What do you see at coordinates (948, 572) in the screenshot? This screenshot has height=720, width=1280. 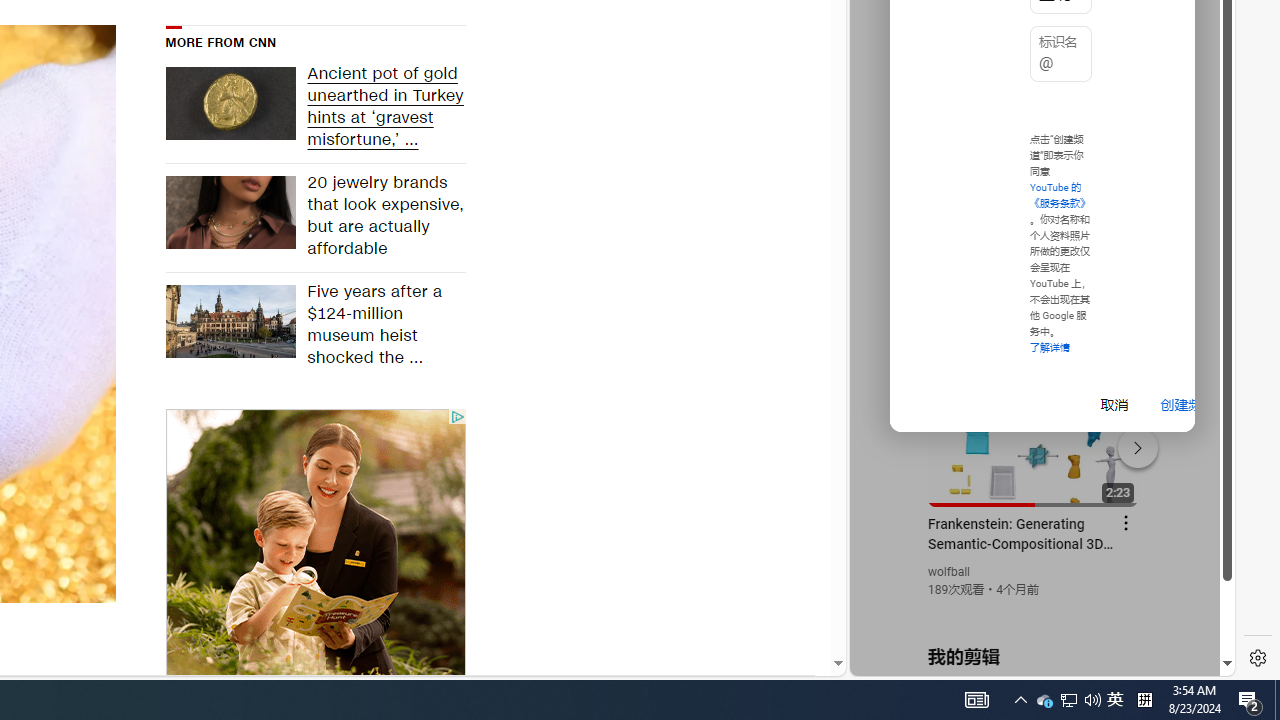 I see `'wolfball'` at bounding box center [948, 572].